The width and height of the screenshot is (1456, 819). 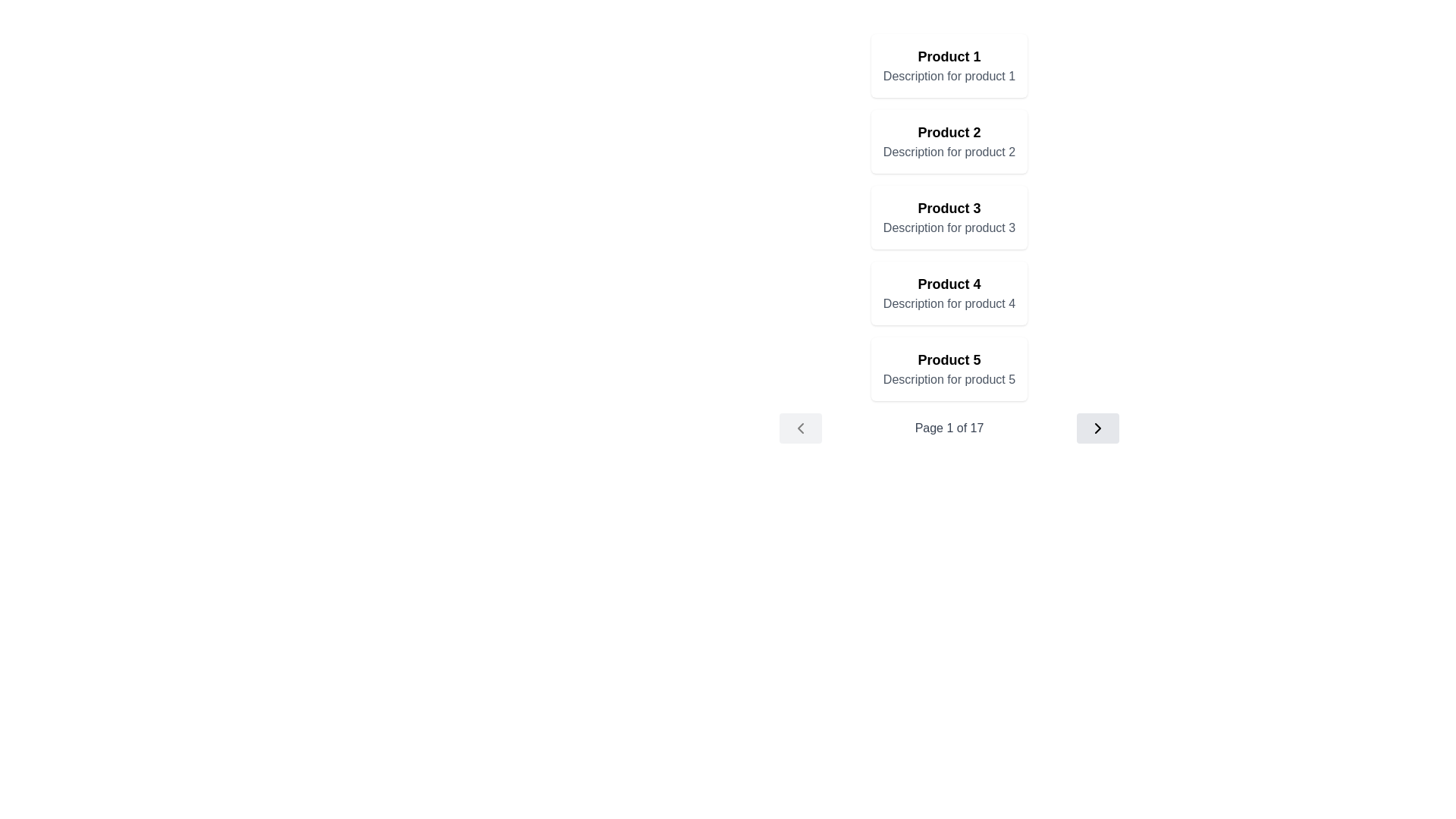 What do you see at coordinates (800, 428) in the screenshot?
I see `the button that allows users to navigate to the previous set of items or page, located to the left of the text 'Page 1 of 17'` at bounding box center [800, 428].